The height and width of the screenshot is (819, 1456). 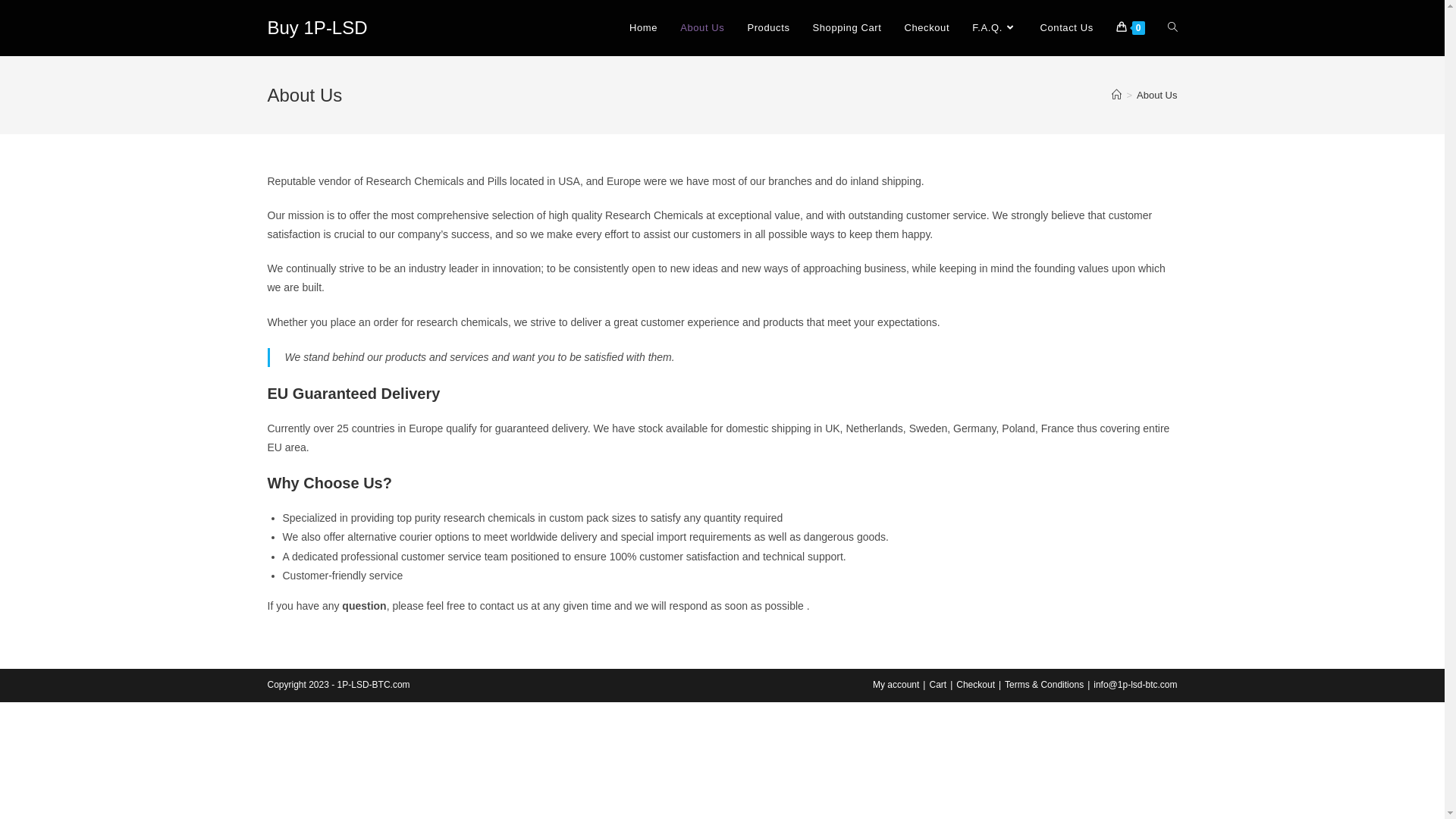 I want to click on 'info@1p-lsd-btc.com', so click(x=1135, y=684).